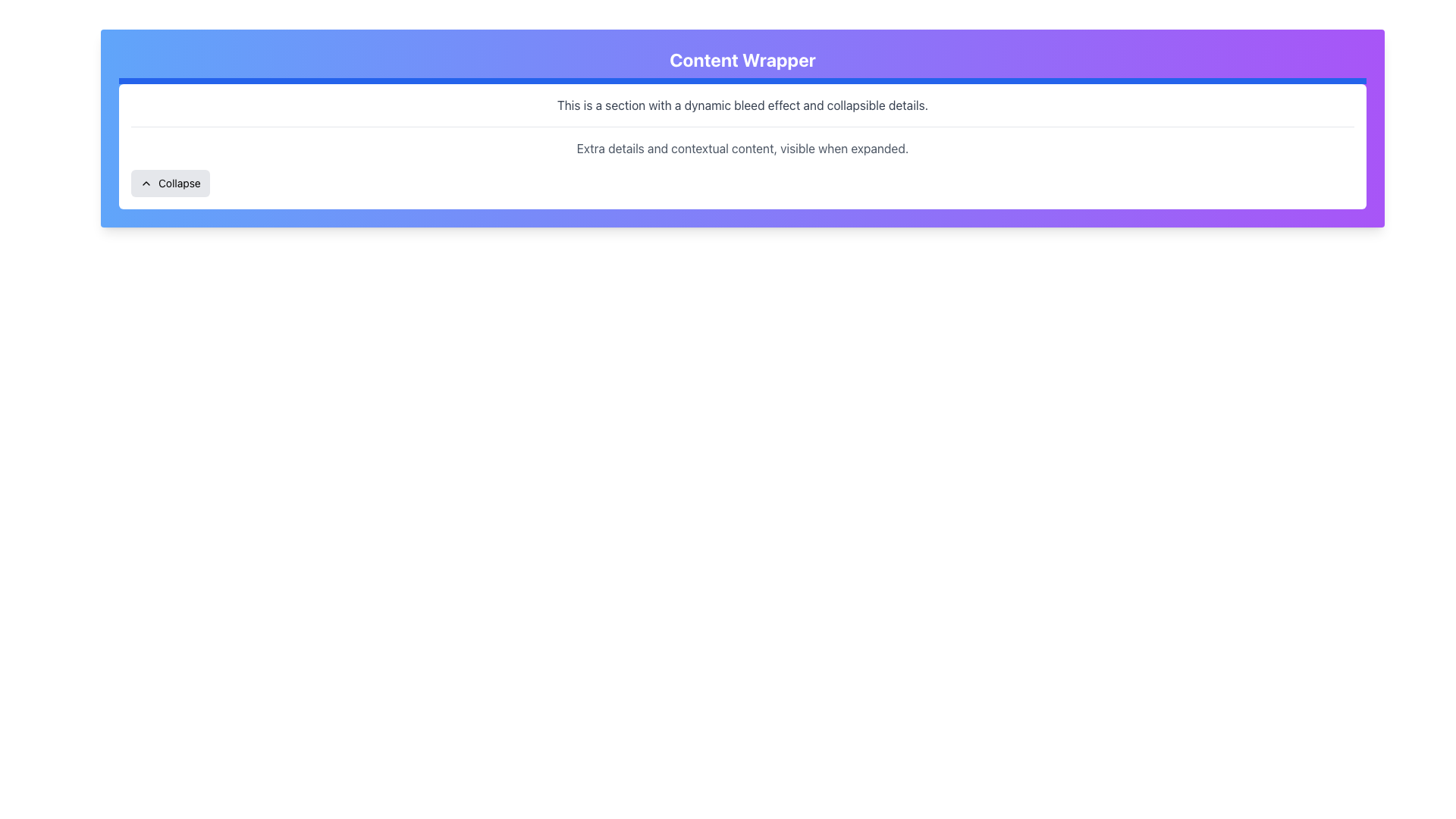  Describe the element at coordinates (742, 142) in the screenshot. I see `the non-interactive Text block that provides additional details or context, positioned below the introductory text and above the 'Collapse' button` at that location.